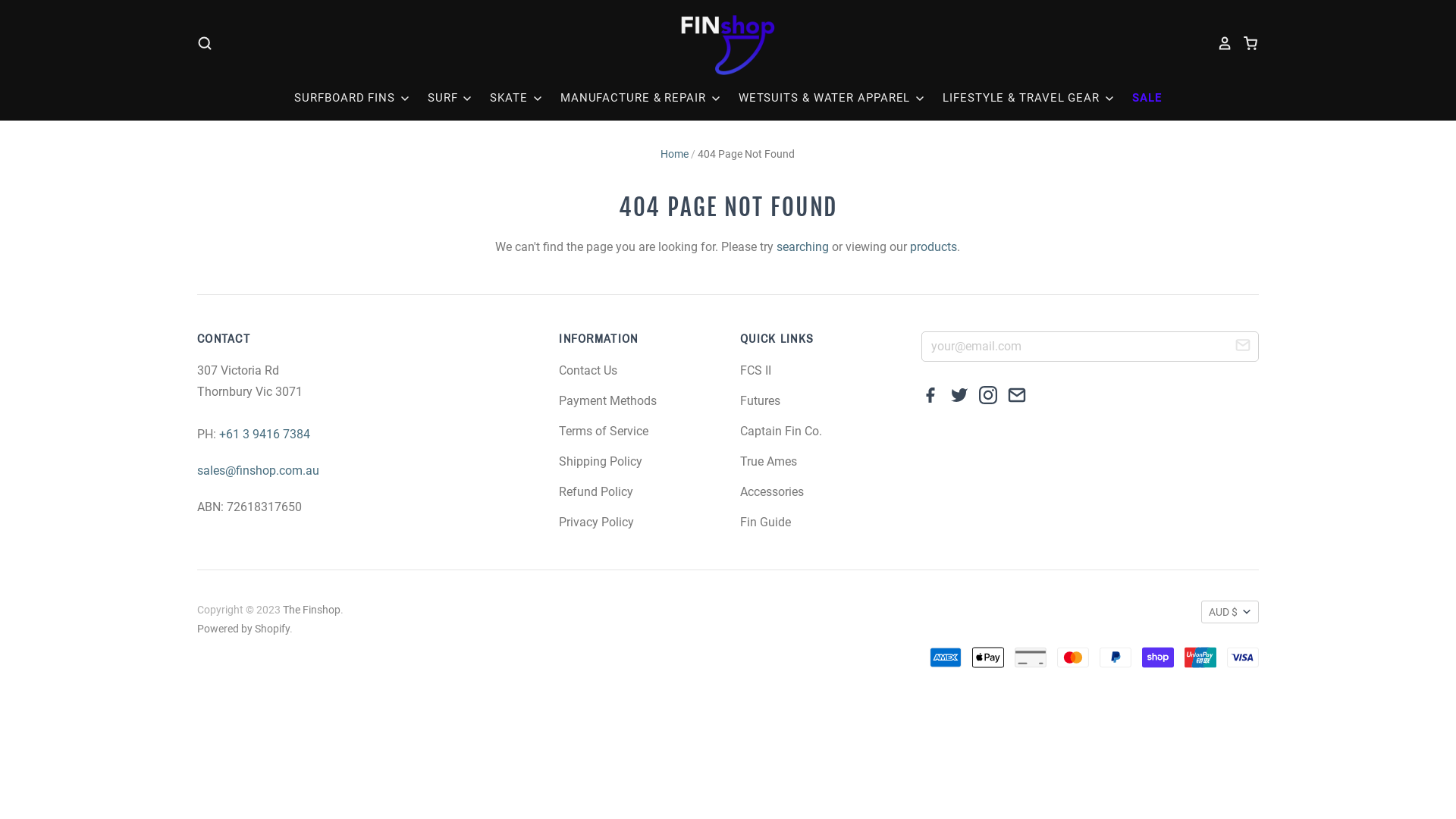 The image size is (1456, 819). Describe the element at coordinates (595, 491) in the screenshot. I see `'Refund Policy'` at that location.